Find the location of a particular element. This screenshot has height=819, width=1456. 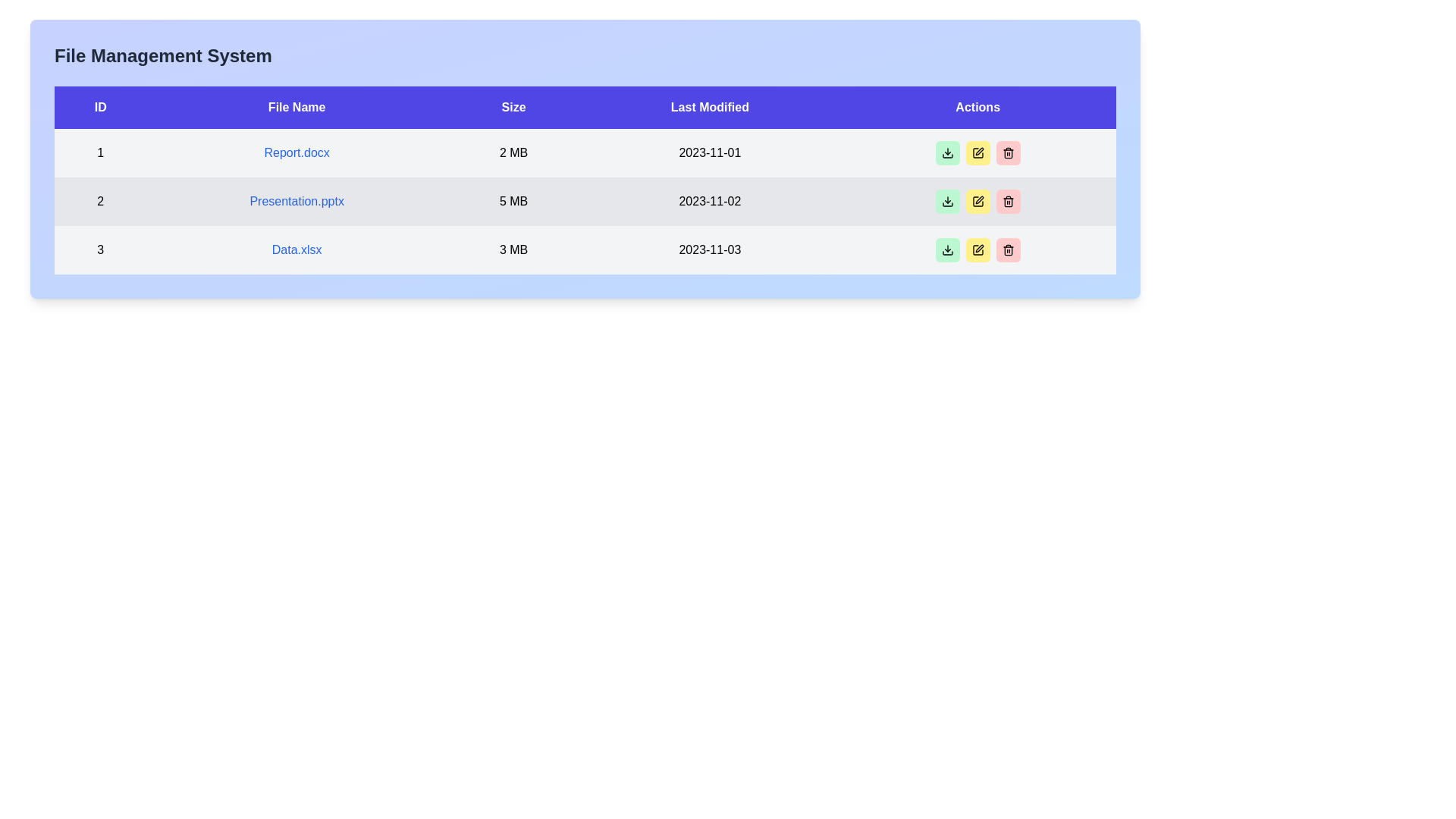

the static text element displaying '2023-11-02' located in the fourth cell of the second row in the table's 'Last Modified' column is located at coordinates (709, 201).